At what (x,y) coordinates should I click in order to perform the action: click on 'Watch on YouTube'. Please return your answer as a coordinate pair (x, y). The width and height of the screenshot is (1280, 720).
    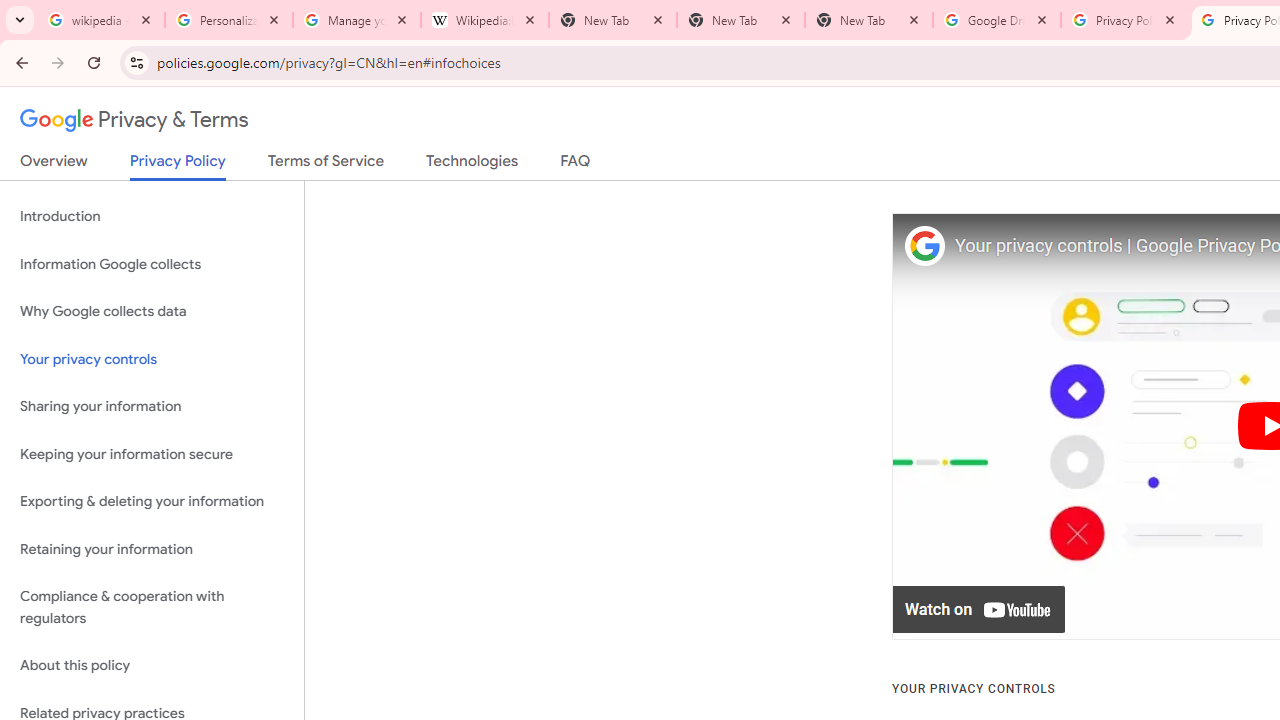
    Looking at the image, I should click on (979, 609).